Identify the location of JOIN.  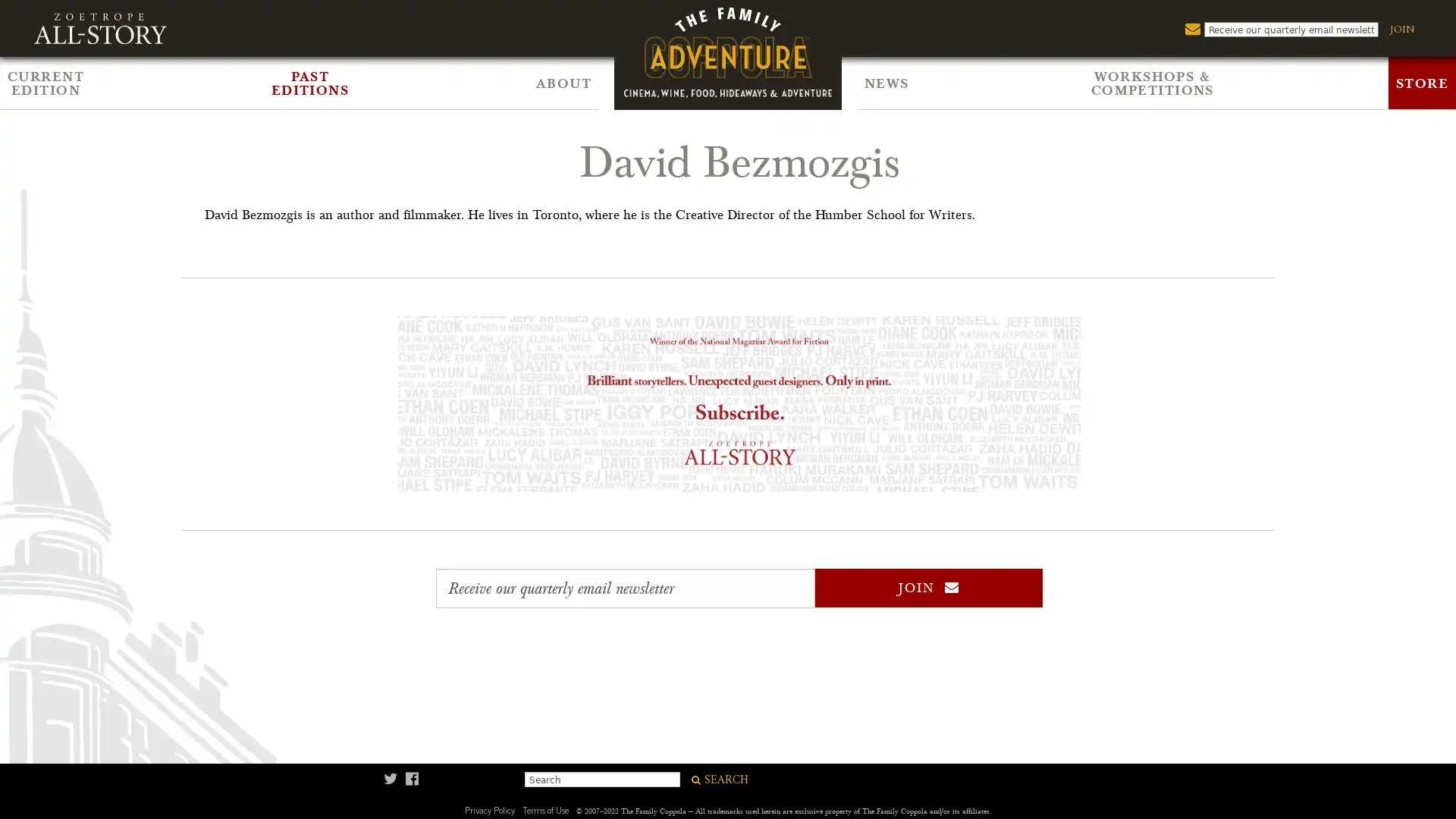
(1401, 29).